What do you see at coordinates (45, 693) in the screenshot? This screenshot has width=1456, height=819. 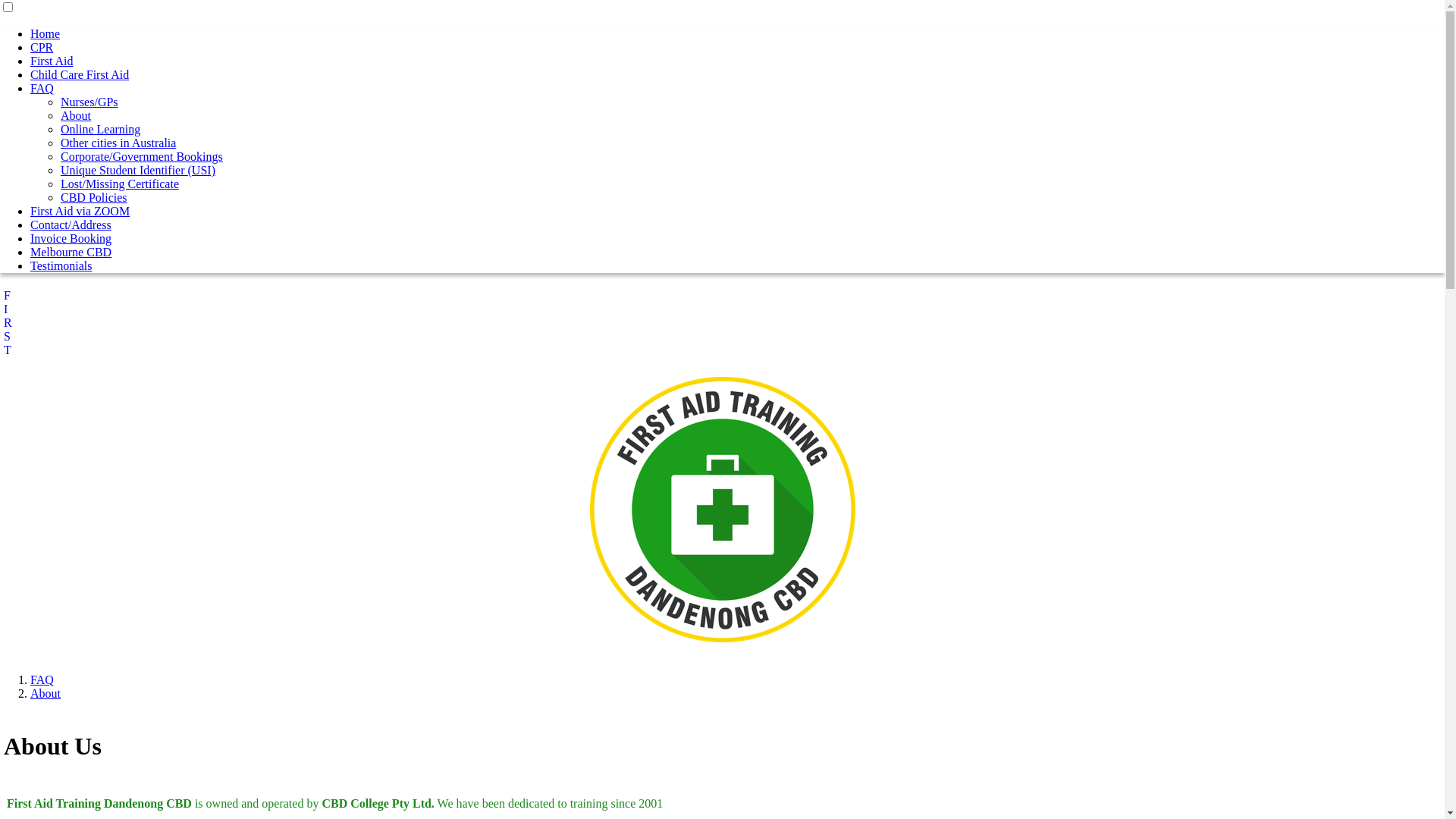 I see `'About'` at bounding box center [45, 693].